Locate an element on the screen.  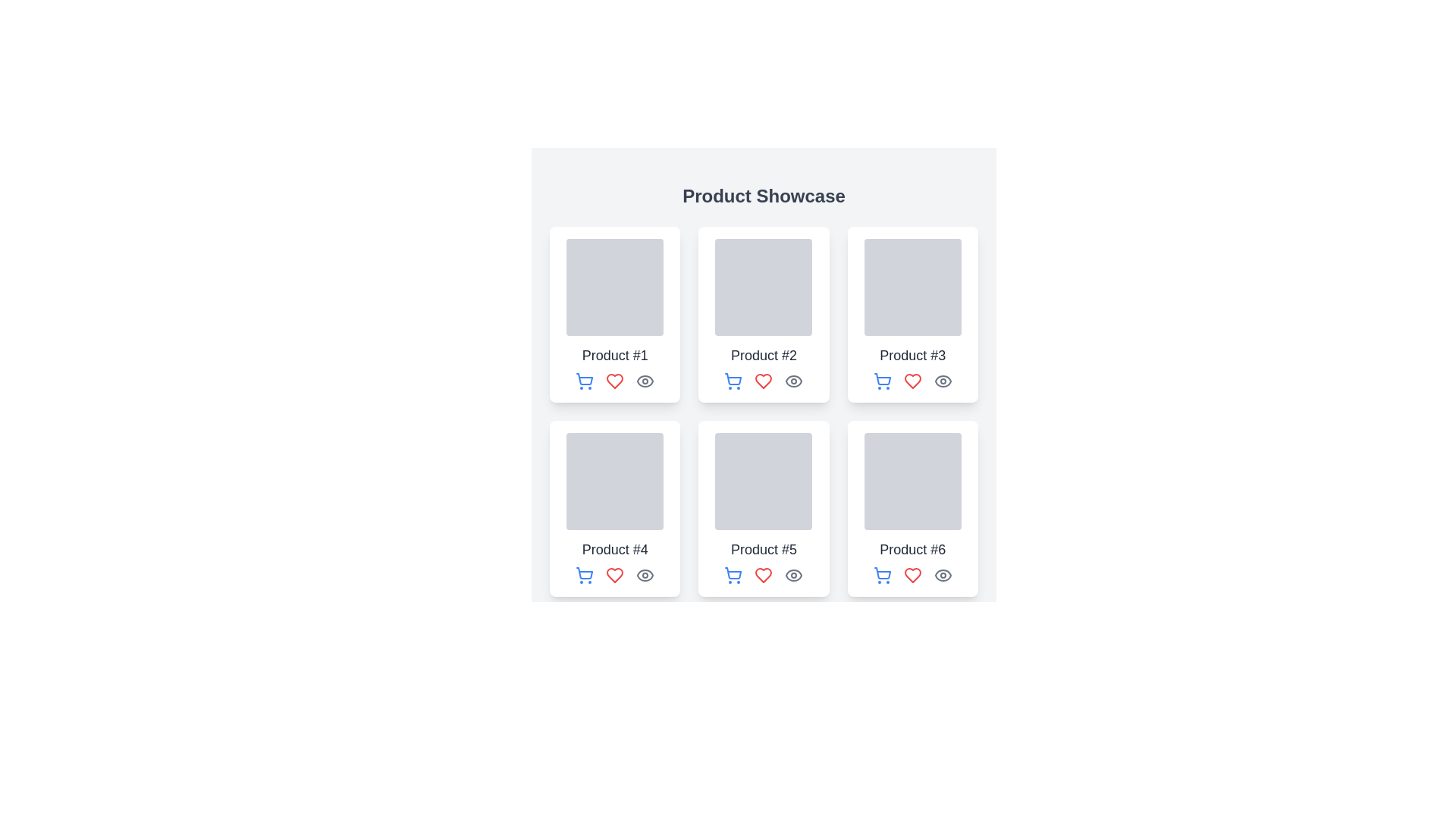
the favorite button located under the 'Product #6' card in the second row of icons to mark the product as a favorite is located at coordinates (912, 576).